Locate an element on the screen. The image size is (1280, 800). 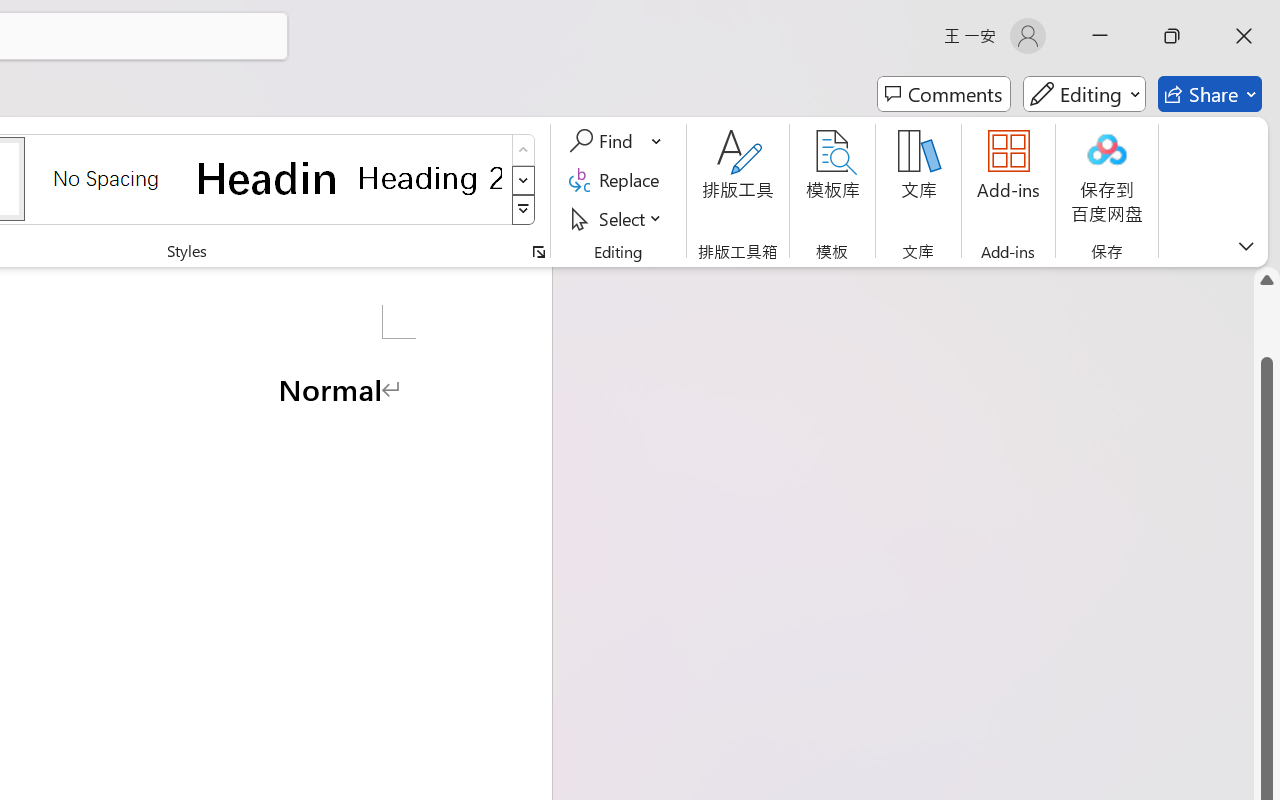
'Select' is located at coordinates (617, 218).